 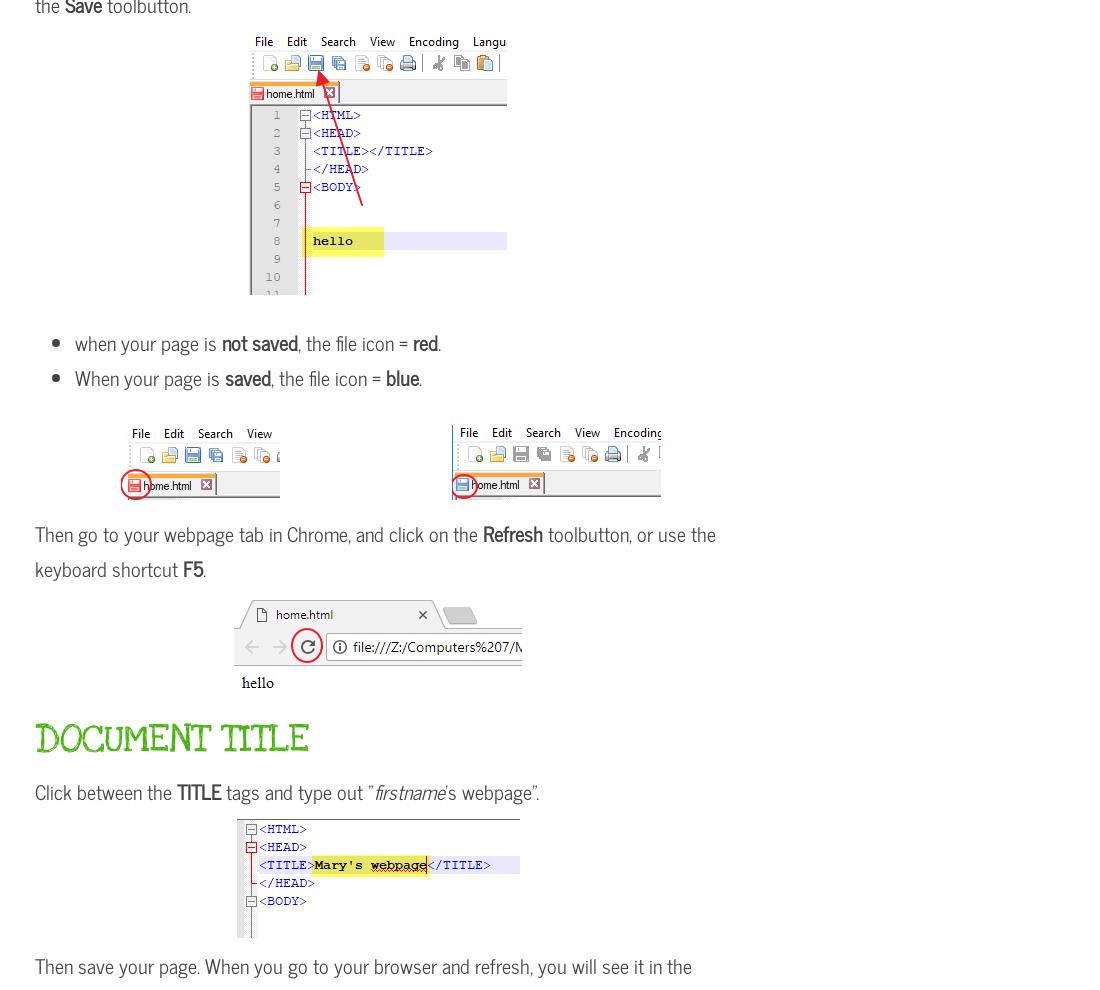 I want to click on ', the file icon =', so click(x=355, y=341).